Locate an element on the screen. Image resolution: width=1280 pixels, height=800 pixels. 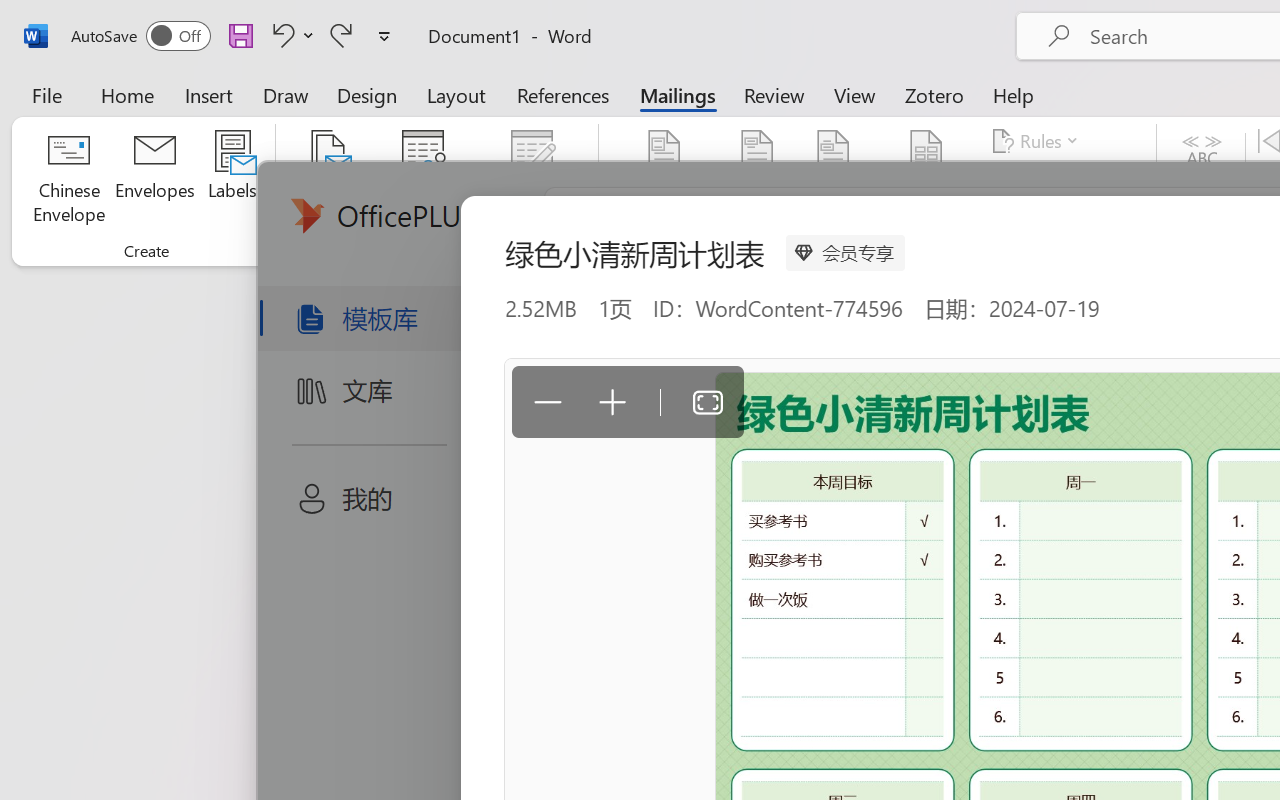
'Undo Apply Quick Style Set' is located at coordinates (289, 34).